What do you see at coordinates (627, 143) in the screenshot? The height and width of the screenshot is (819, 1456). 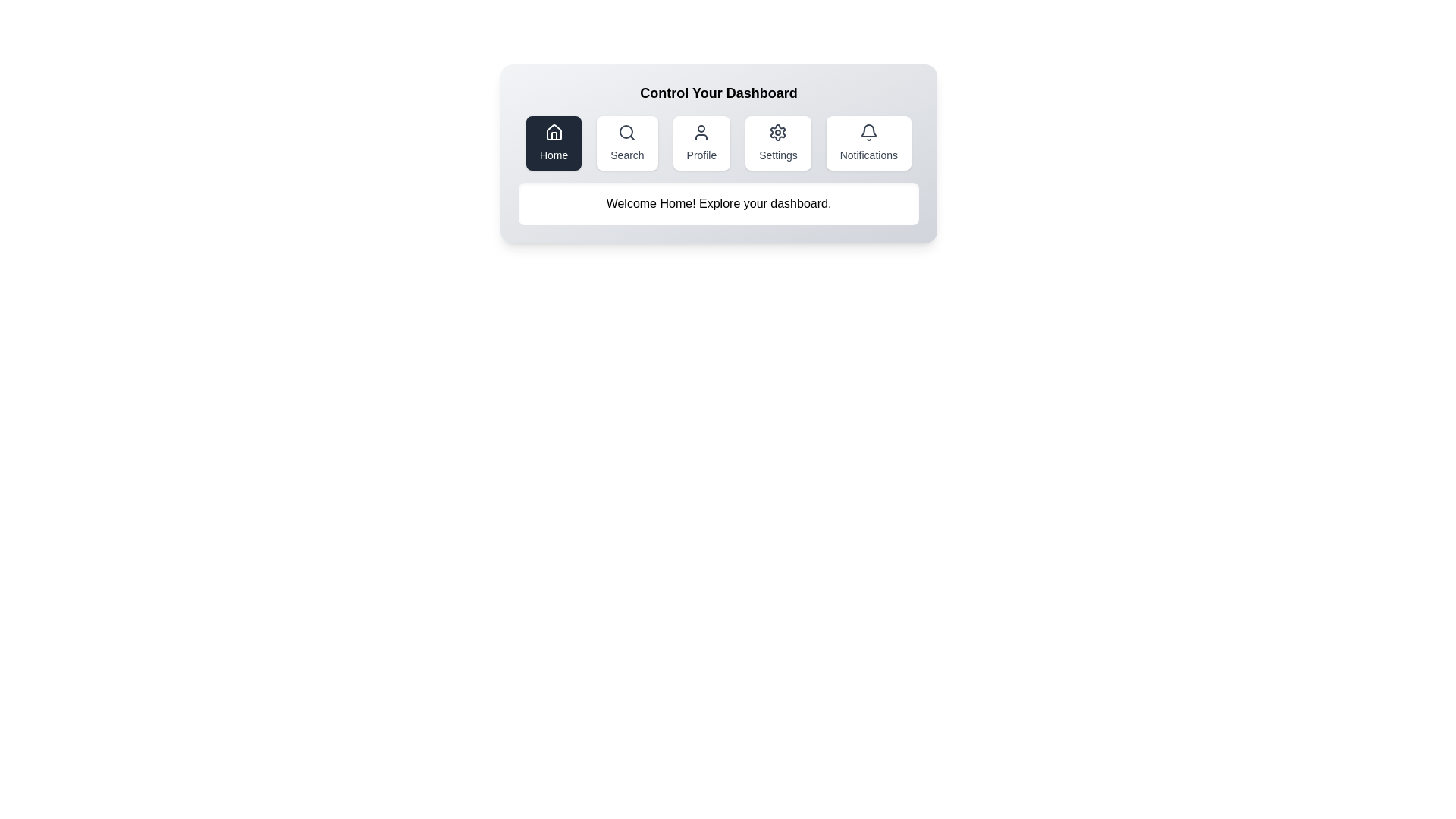 I see `the second button from the left in a horizontal row of five buttons, located in the center area of a dashboard-style interface` at bounding box center [627, 143].